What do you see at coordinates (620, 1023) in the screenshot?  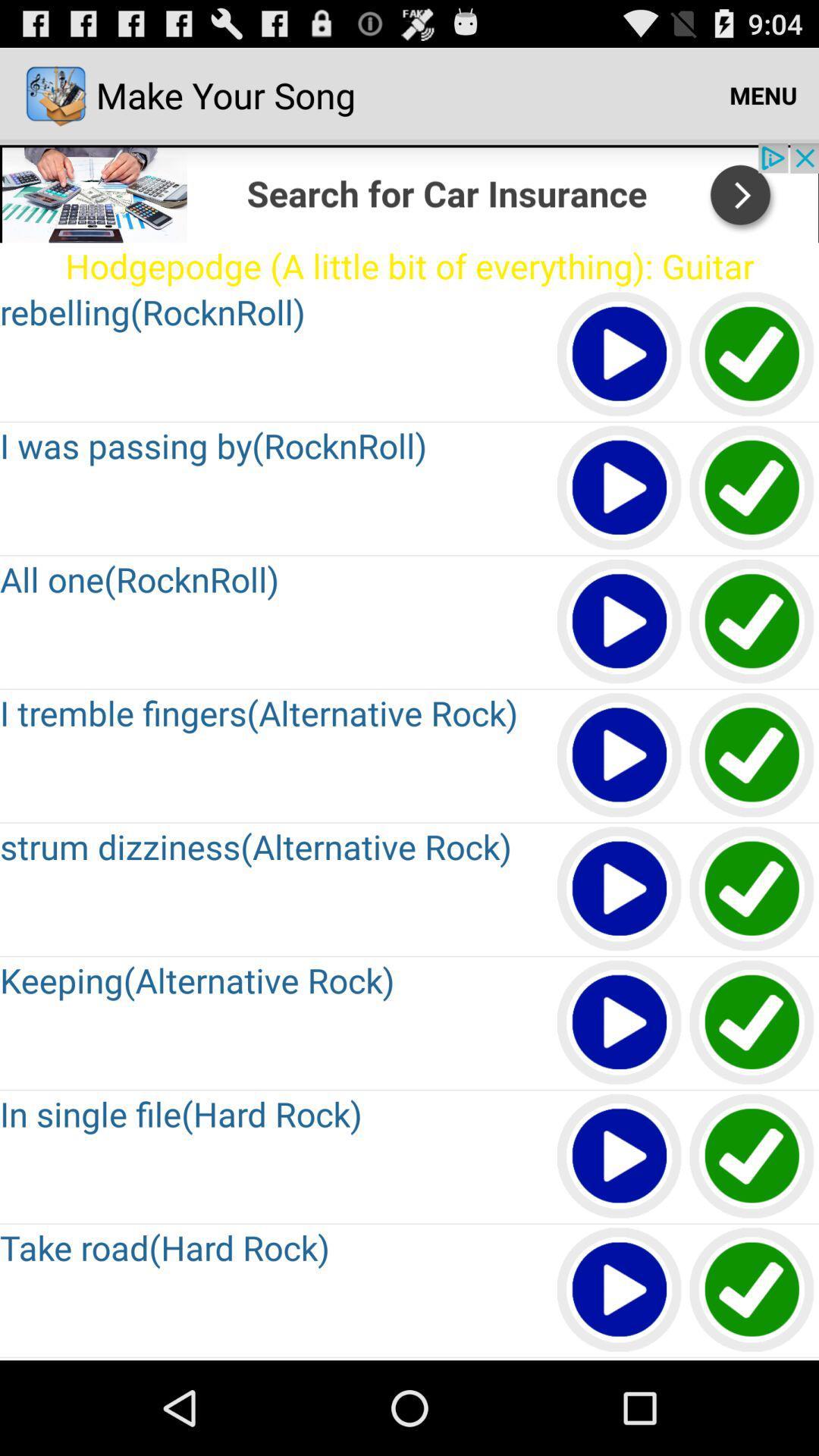 I see `song` at bounding box center [620, 1023].